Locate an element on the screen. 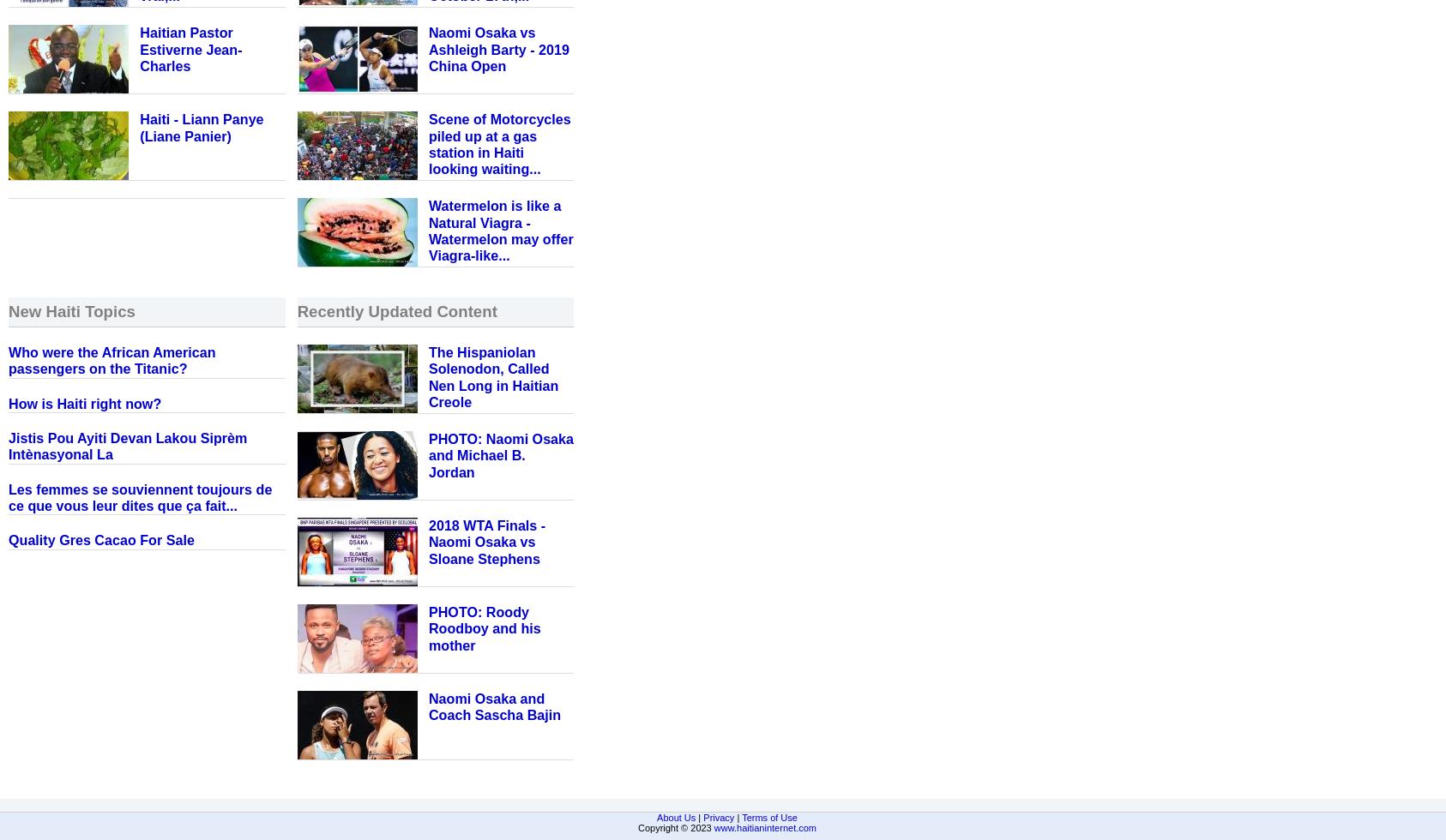 This screenshot has height=840, width=1446. 'Copyright © 2023' is located at coordinates (675, 827).